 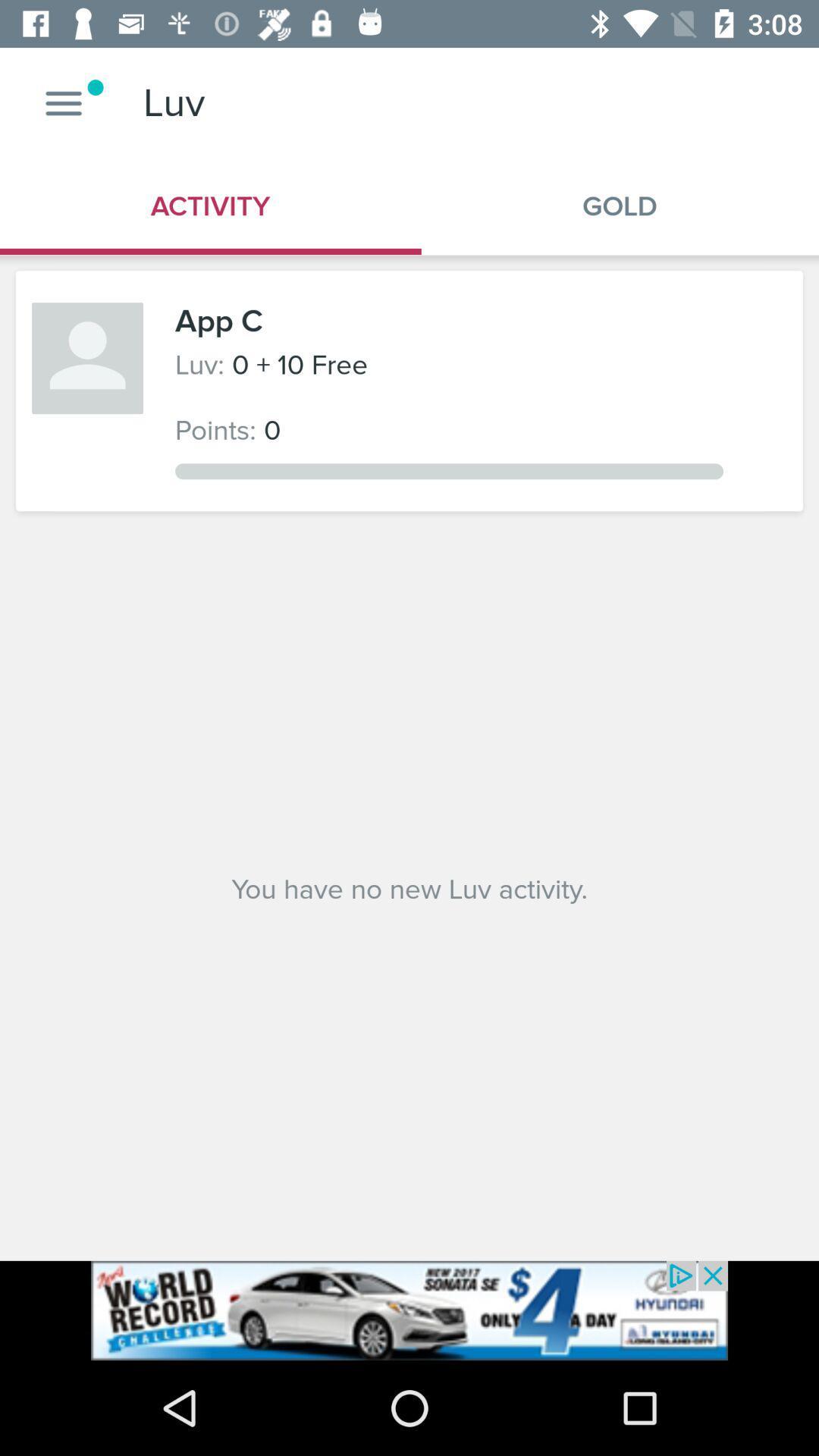 What do you see at coordinates (409, 1310) in the screenshot?
I see `blink advertisement` at bounding box center [409, 1310].